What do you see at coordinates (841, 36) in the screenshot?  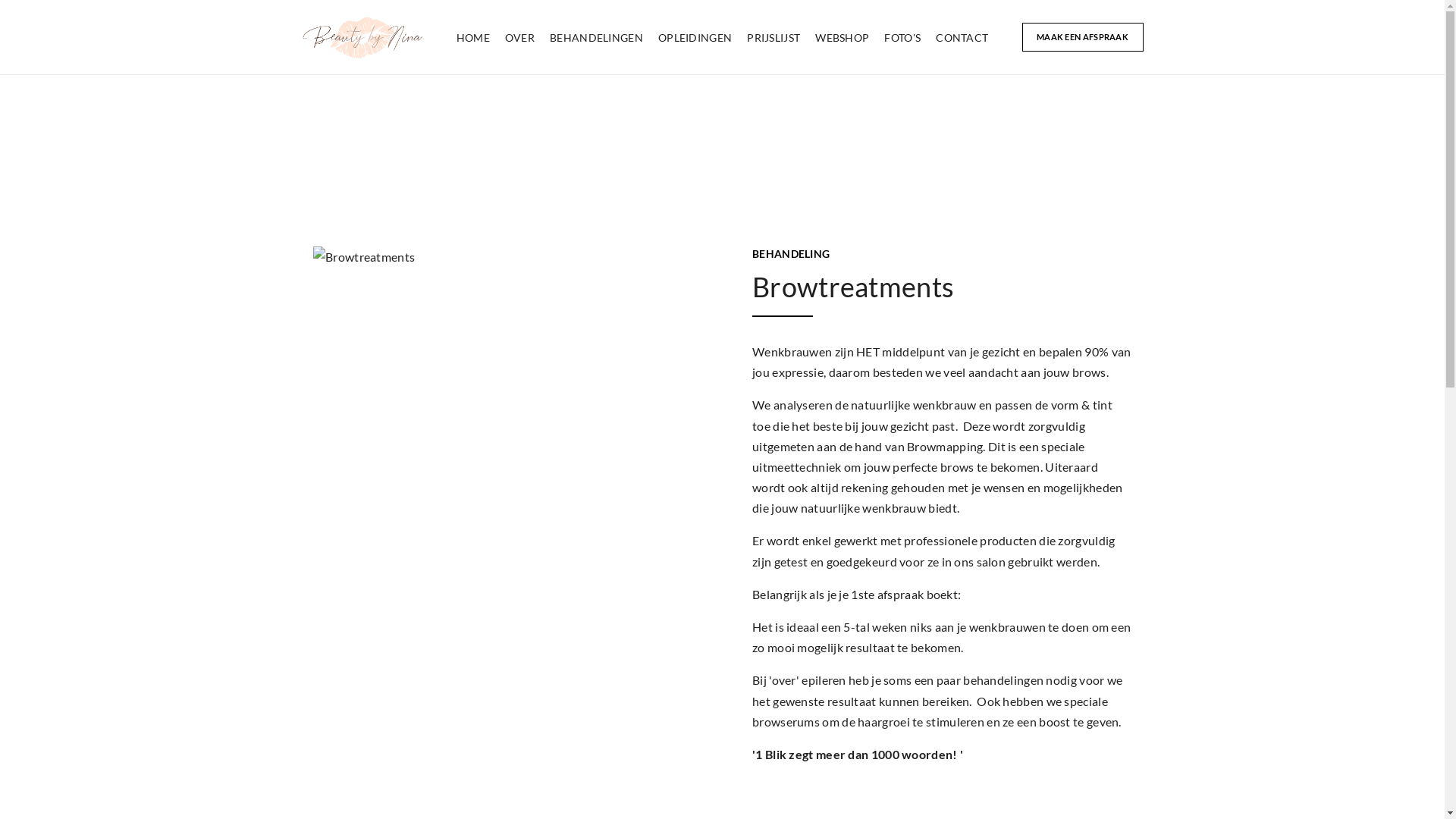 I see `'WEBSHOP'` at bounding box center [841, 36].